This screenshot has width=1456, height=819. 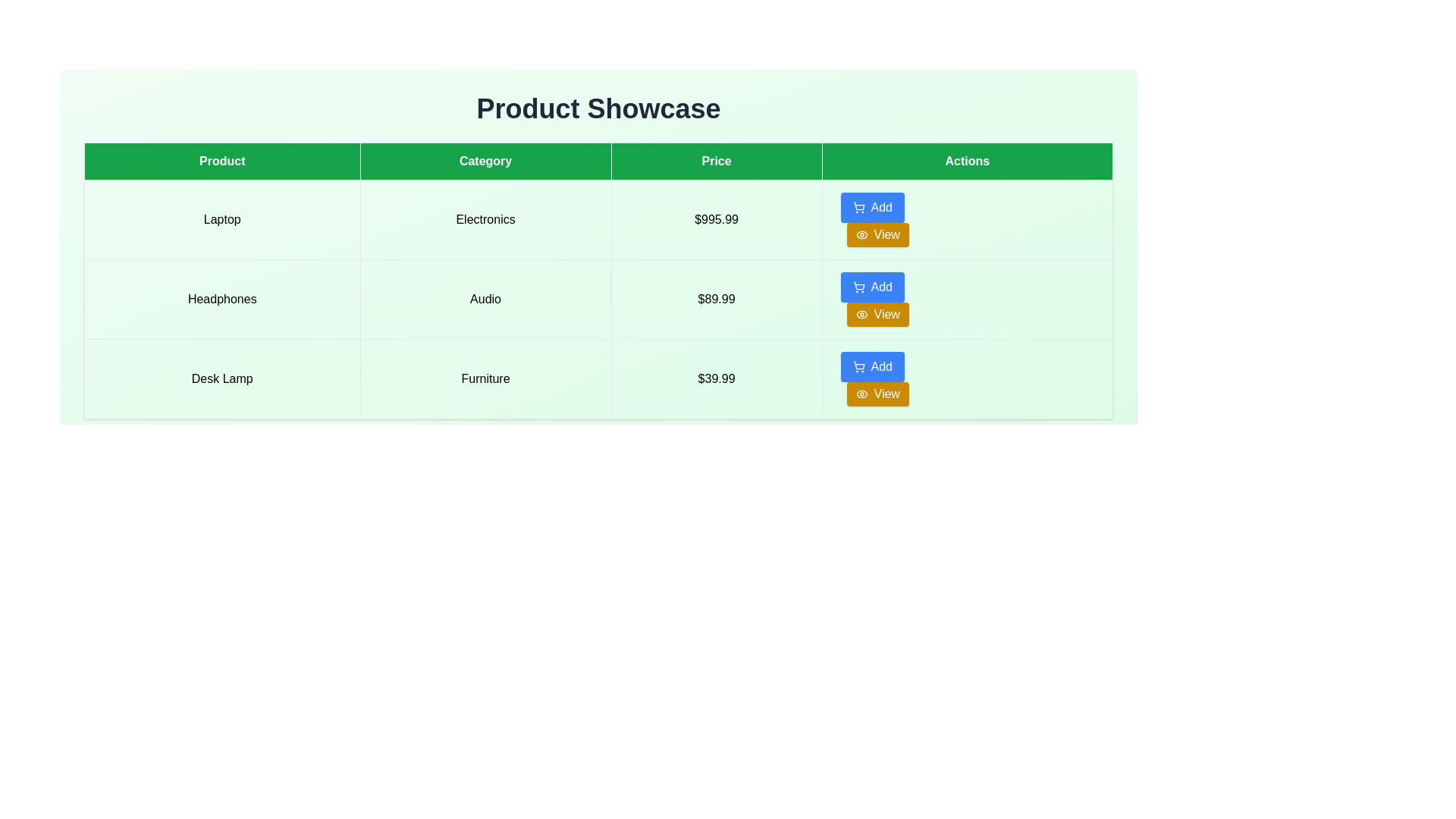 I want to click on the golden yellow 'View' button with white text in the 'Actions' column of the product table for the 'Laptop' product, so click(x=877, y=234).